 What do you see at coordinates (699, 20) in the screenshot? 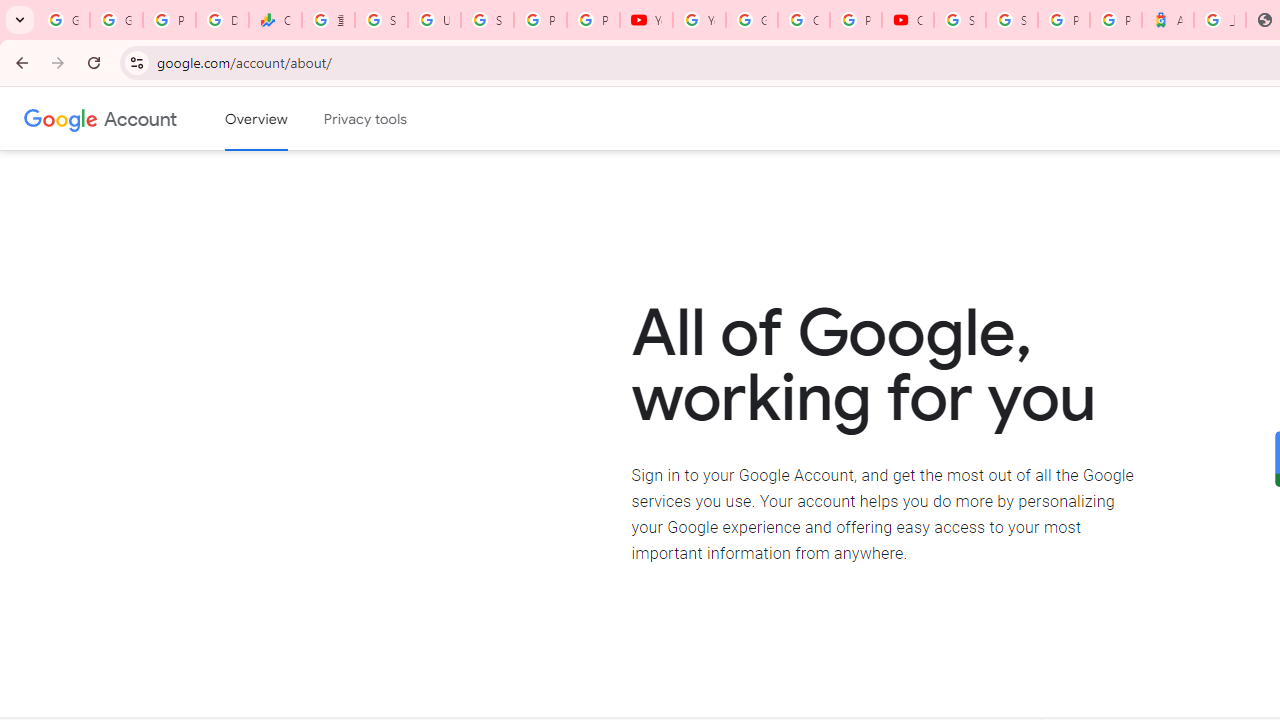
I see `'YouTube'` at bounding box center [699, 20].